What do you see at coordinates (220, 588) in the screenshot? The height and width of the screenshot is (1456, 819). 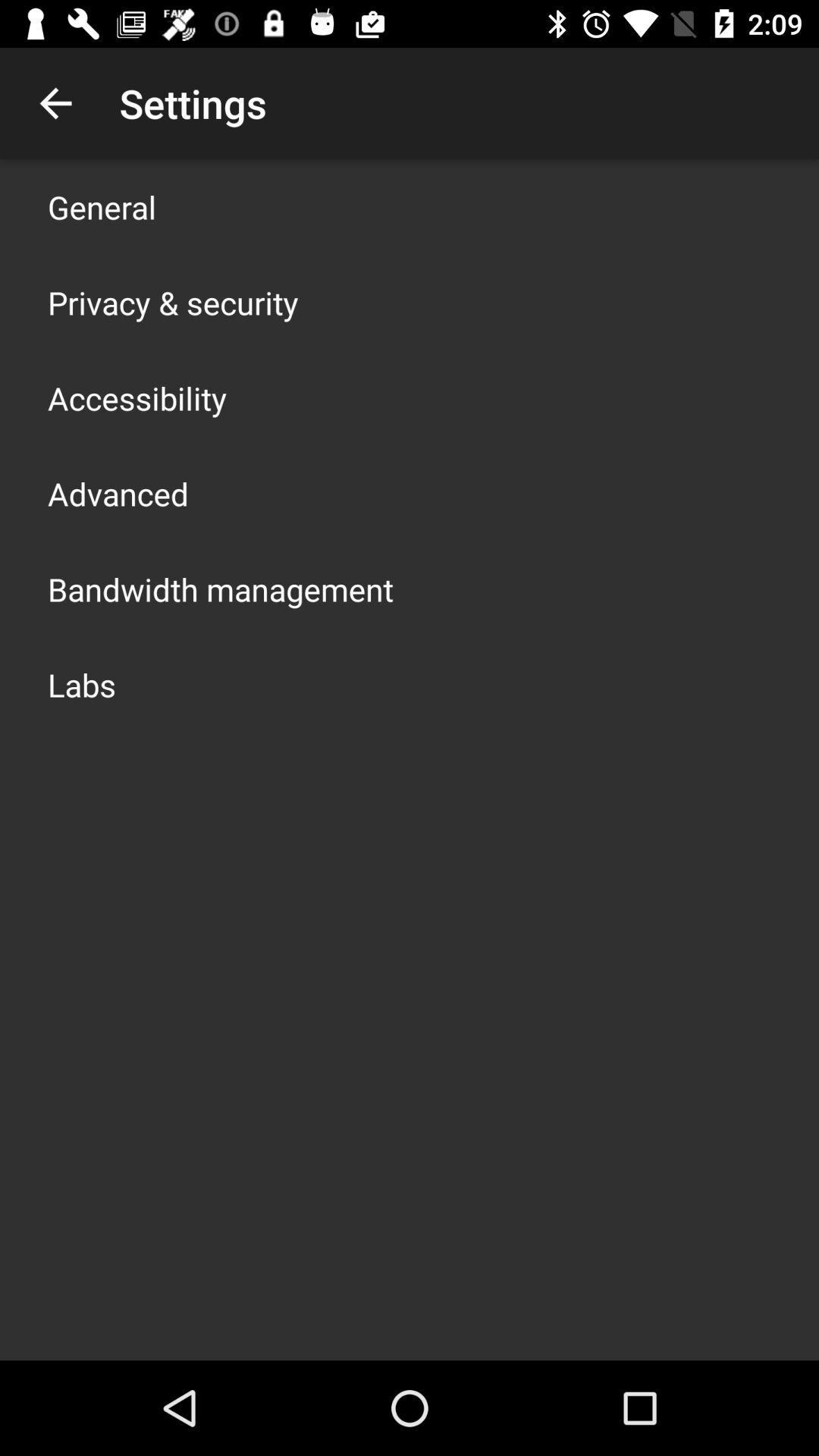 I see `icon below advanced` at bounding box center [220, 588].